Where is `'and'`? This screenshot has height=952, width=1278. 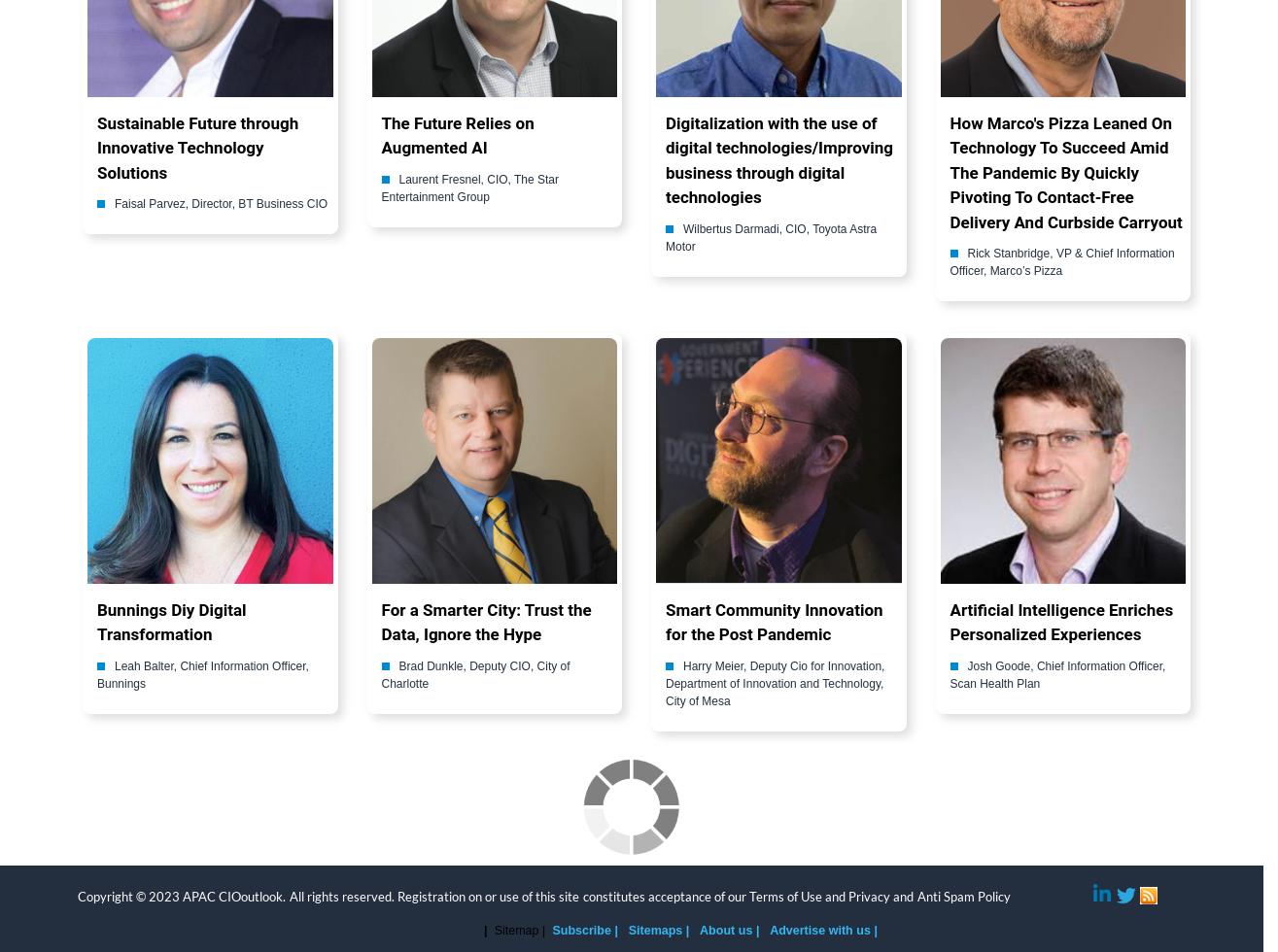 'and' is located at coordinates (834, 896).